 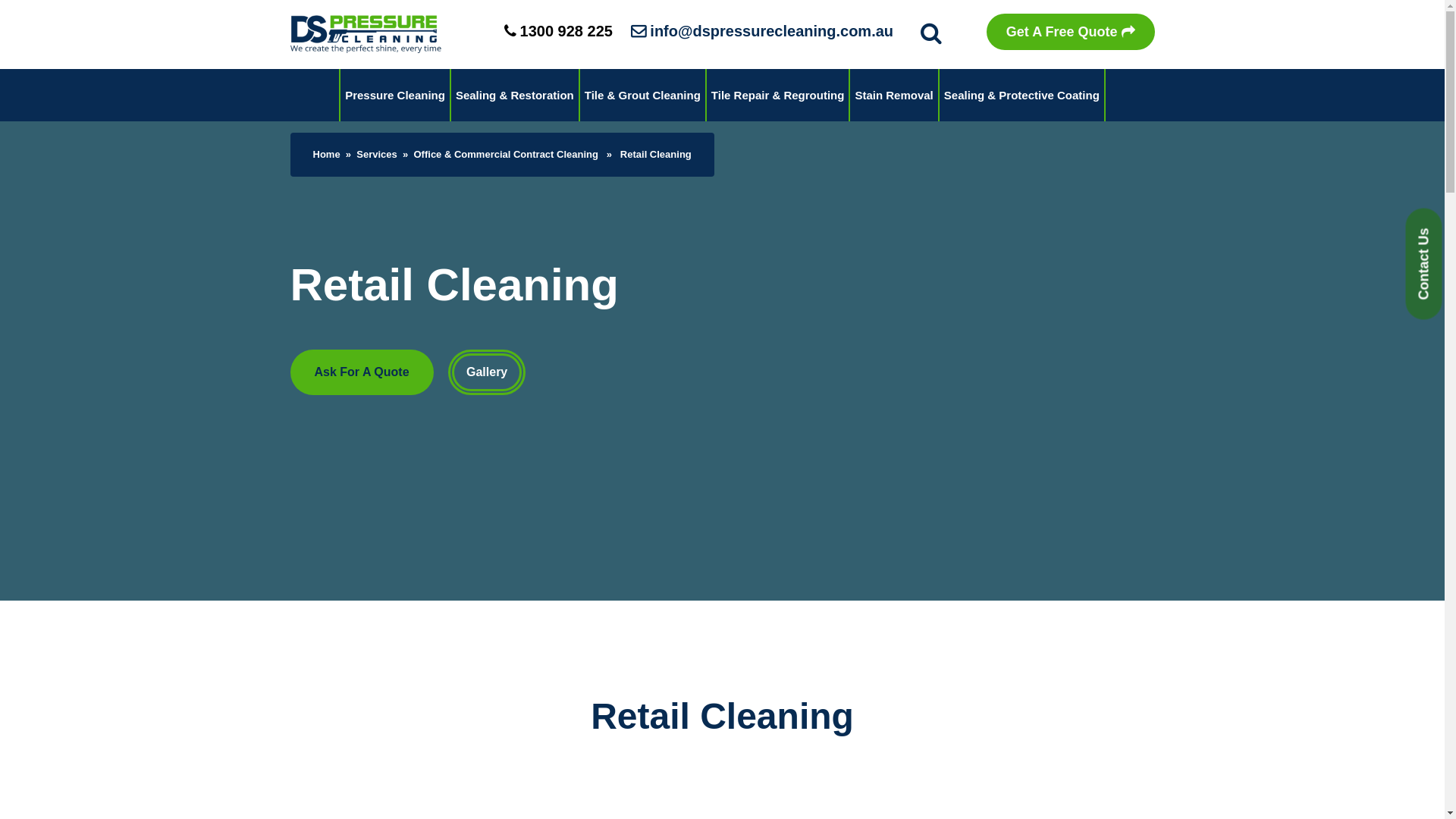 I want to click on 'Sealing & Protective Coating', so click(x=938, y=95).